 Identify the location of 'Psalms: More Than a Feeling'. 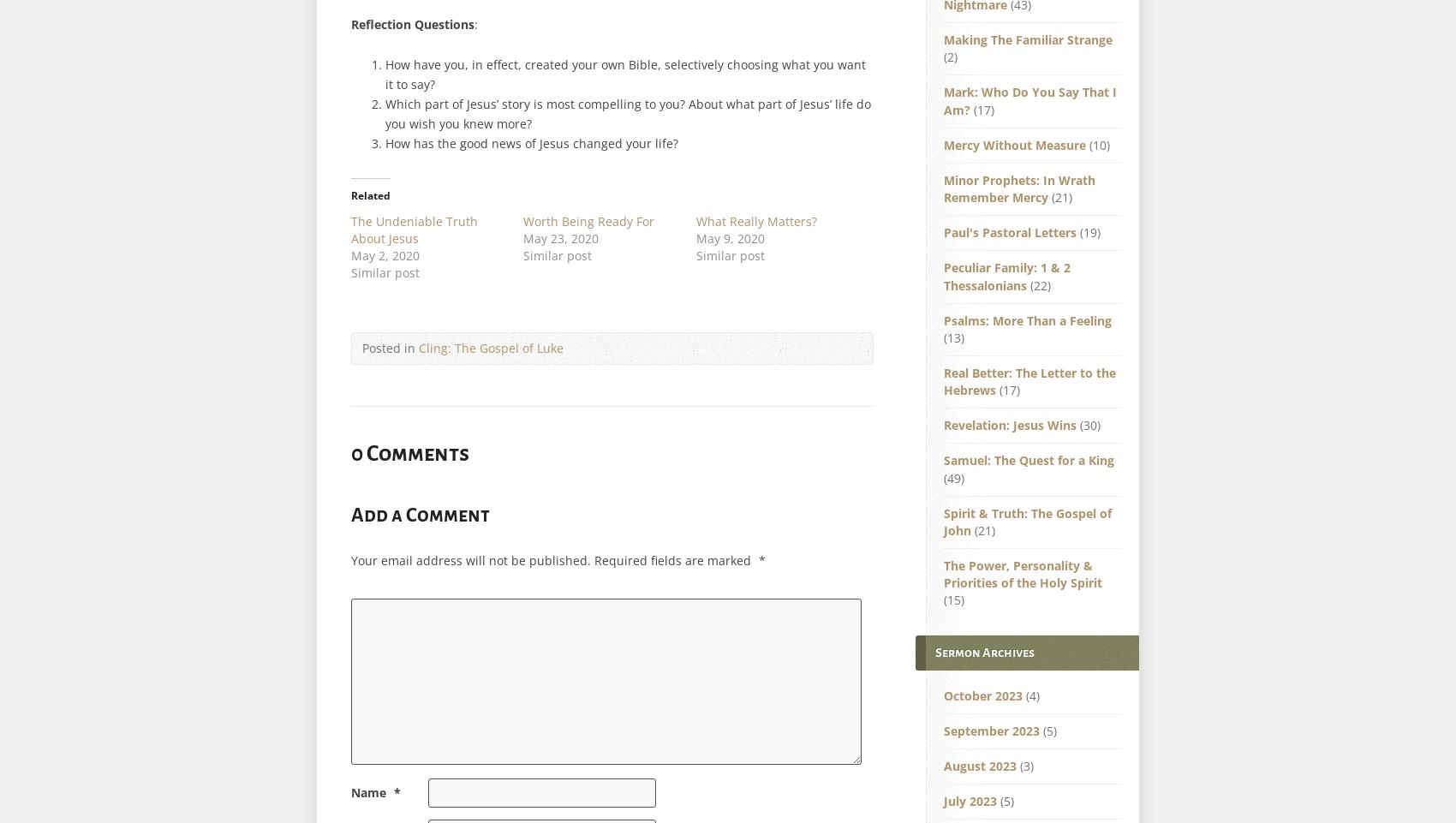
(1027, 319).